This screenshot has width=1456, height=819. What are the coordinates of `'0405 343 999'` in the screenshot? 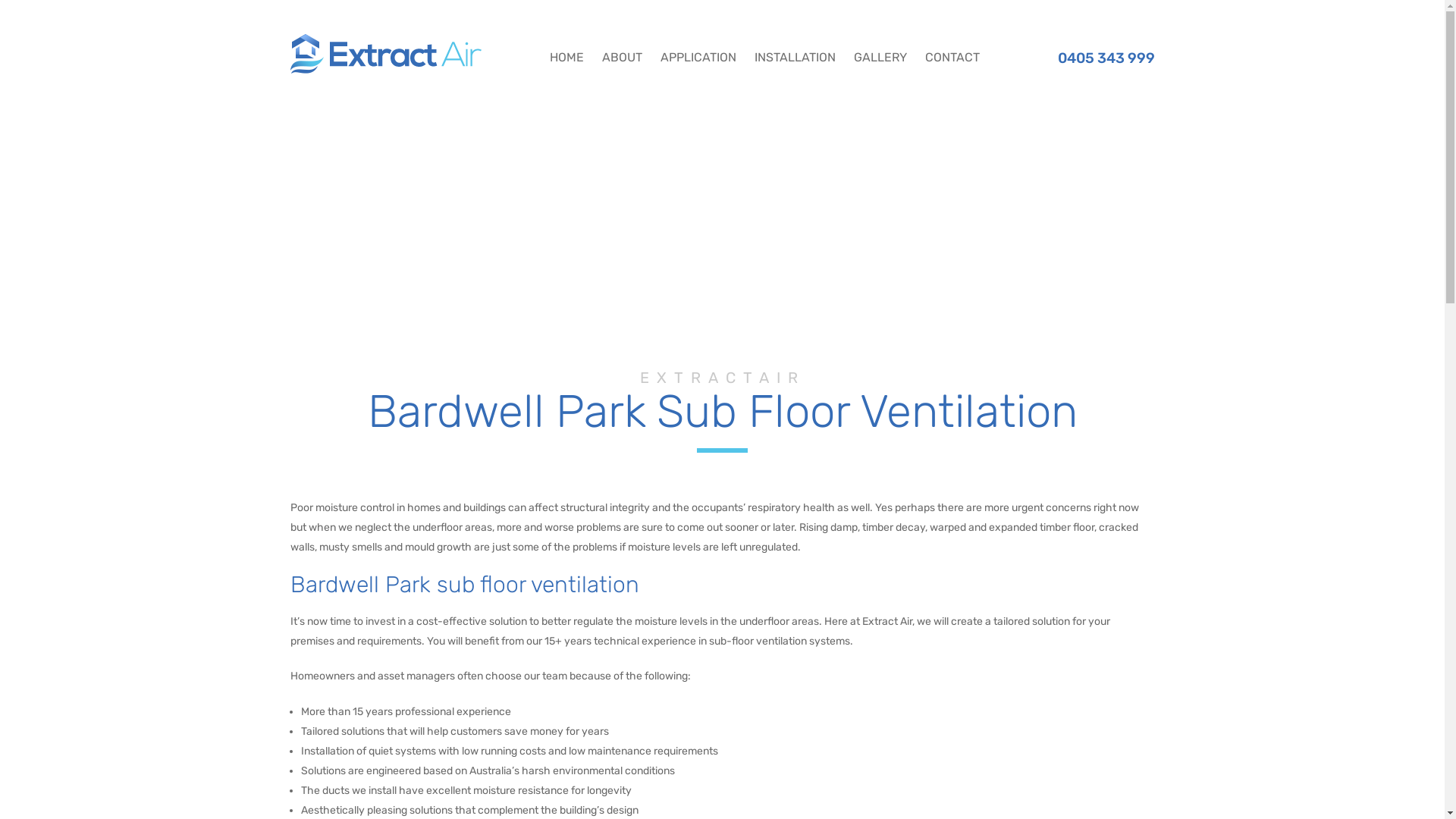 It's located at (1094, 57).